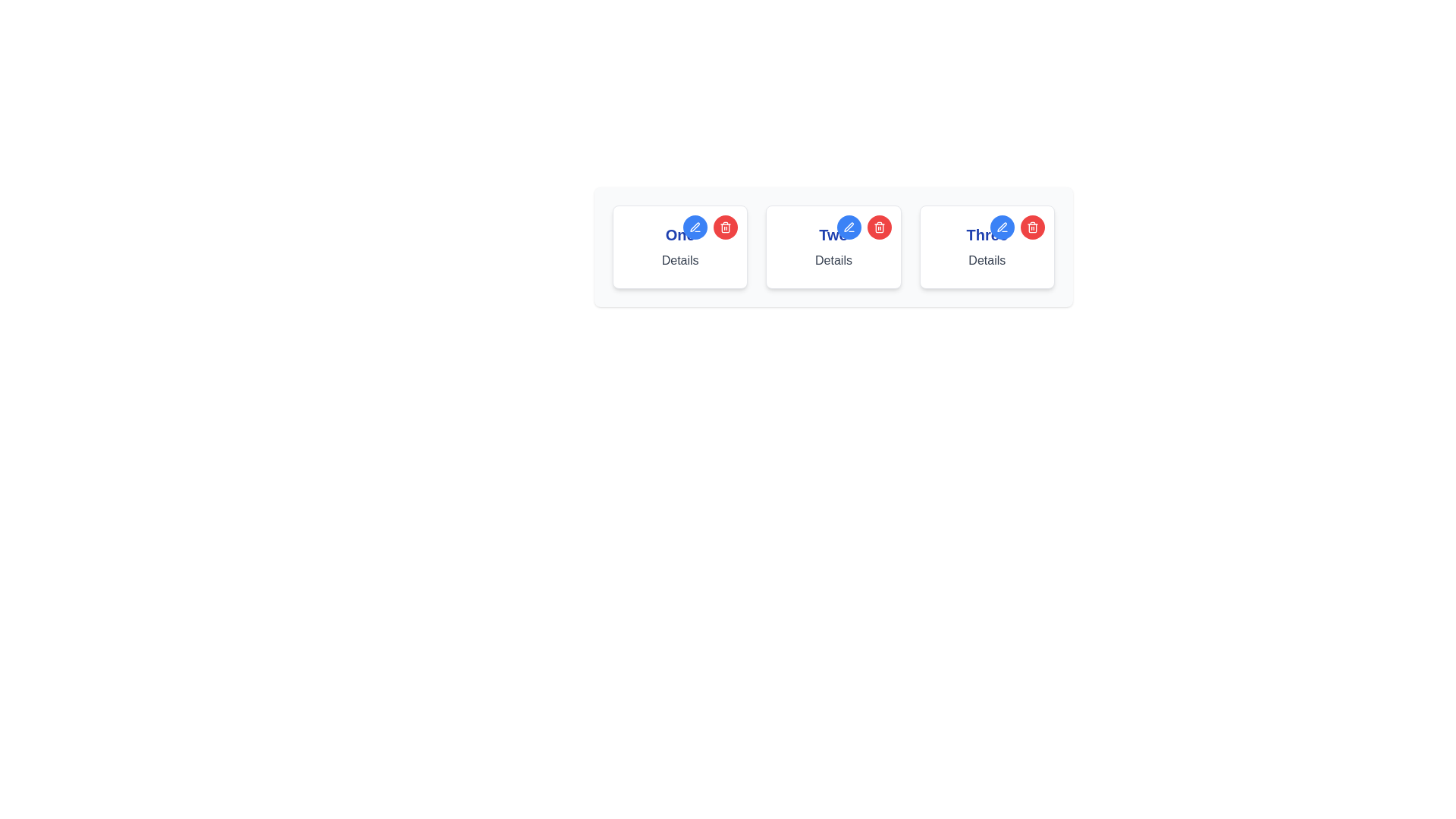 The image size is (1456, 819). Describe the element at coordinates (710, 227) in the screenshot. I see `the button group located at the top-right corner of the card labeled 'One'` at that location.